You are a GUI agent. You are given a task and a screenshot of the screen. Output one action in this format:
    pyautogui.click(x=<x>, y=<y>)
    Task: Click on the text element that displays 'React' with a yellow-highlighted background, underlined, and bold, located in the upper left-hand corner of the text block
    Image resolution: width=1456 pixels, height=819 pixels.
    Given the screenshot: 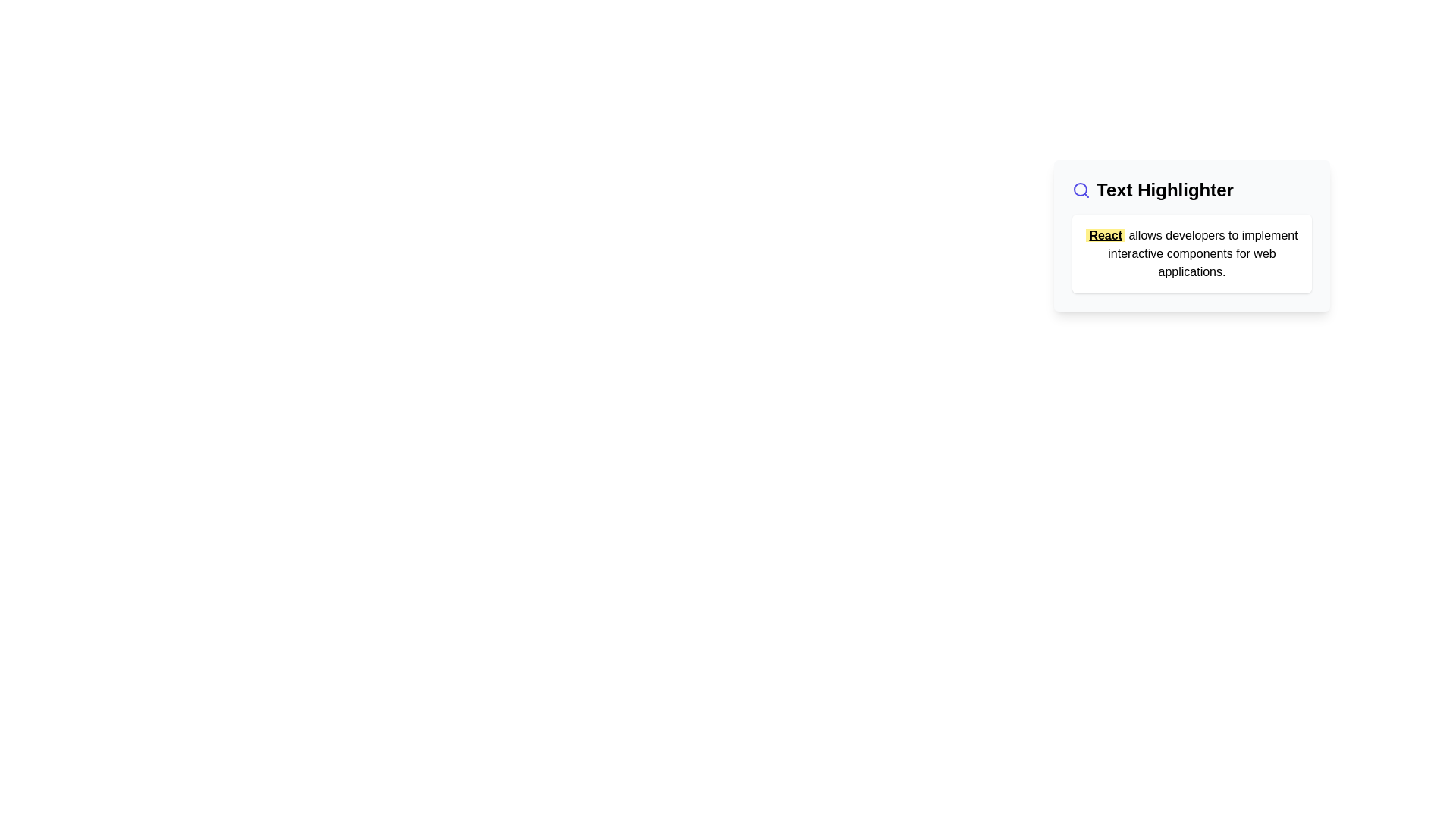 What is the action you would take?
    pyautogui.click(x=1106, y=235)
    